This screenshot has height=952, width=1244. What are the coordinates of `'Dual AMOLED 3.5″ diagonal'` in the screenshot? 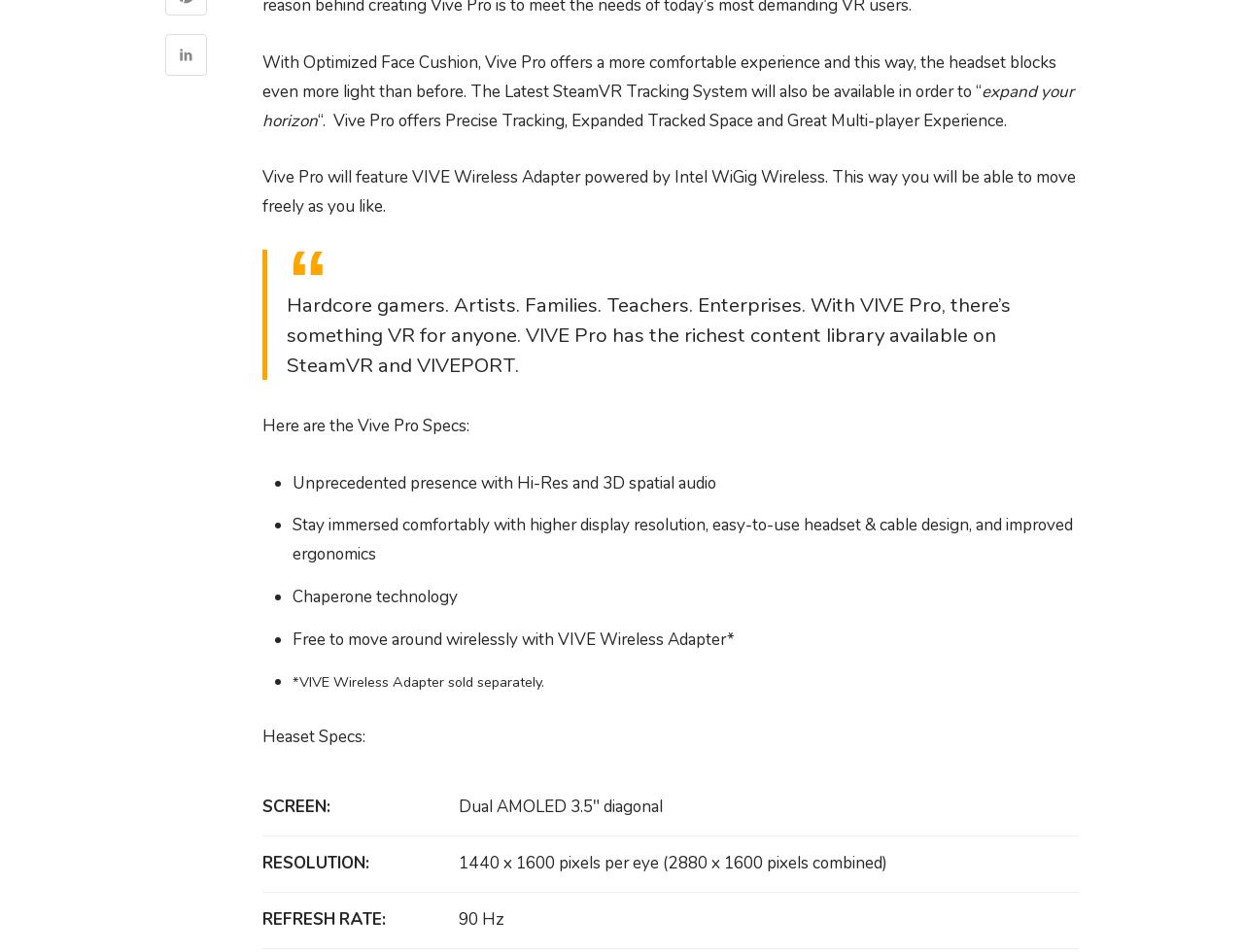 It's located at (559, 806).